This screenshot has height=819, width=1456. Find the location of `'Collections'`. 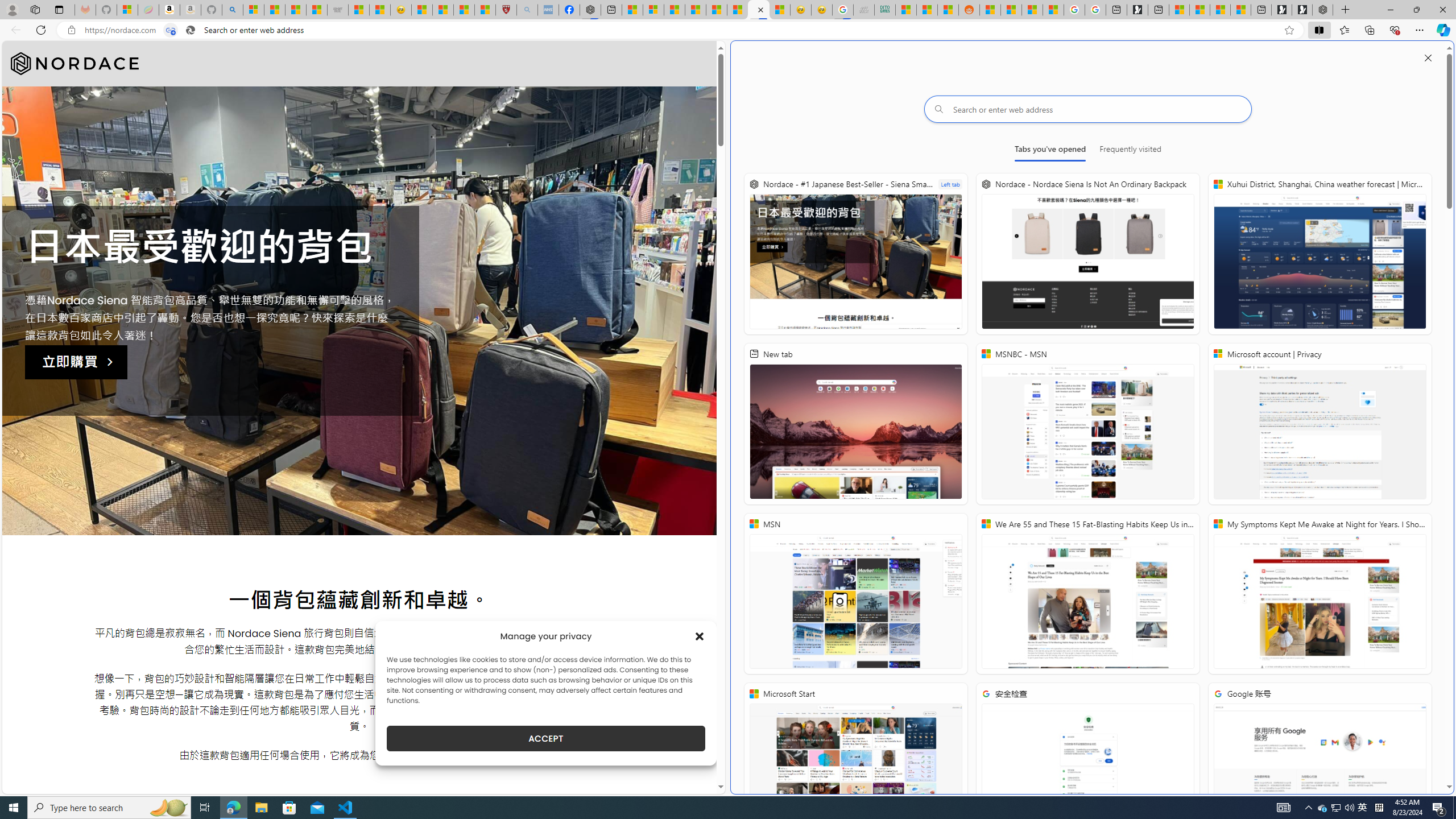

'Collections' is located at coordinates (1368, 29).